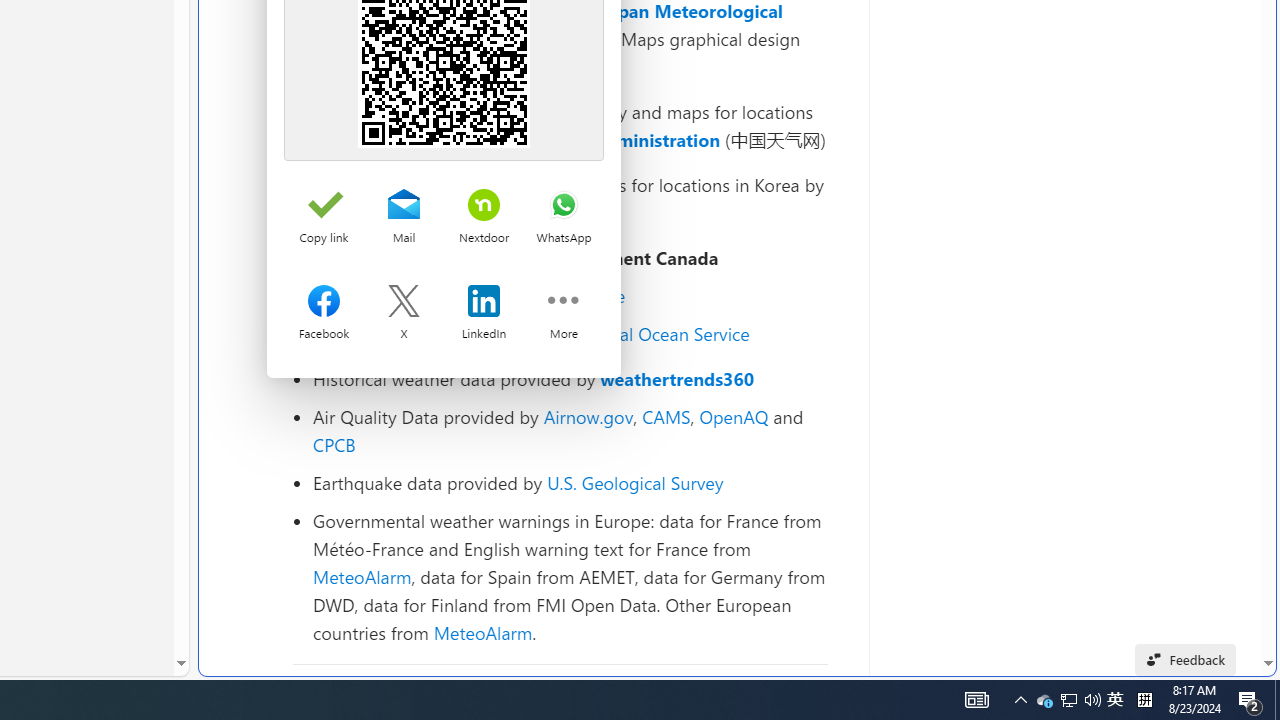 The width and height of the screenshot is (1280, 720). What do you see at coordinates (733, 415) in the screenshot?
I see `'OpenAQ'` at bounding box center [733, 415].